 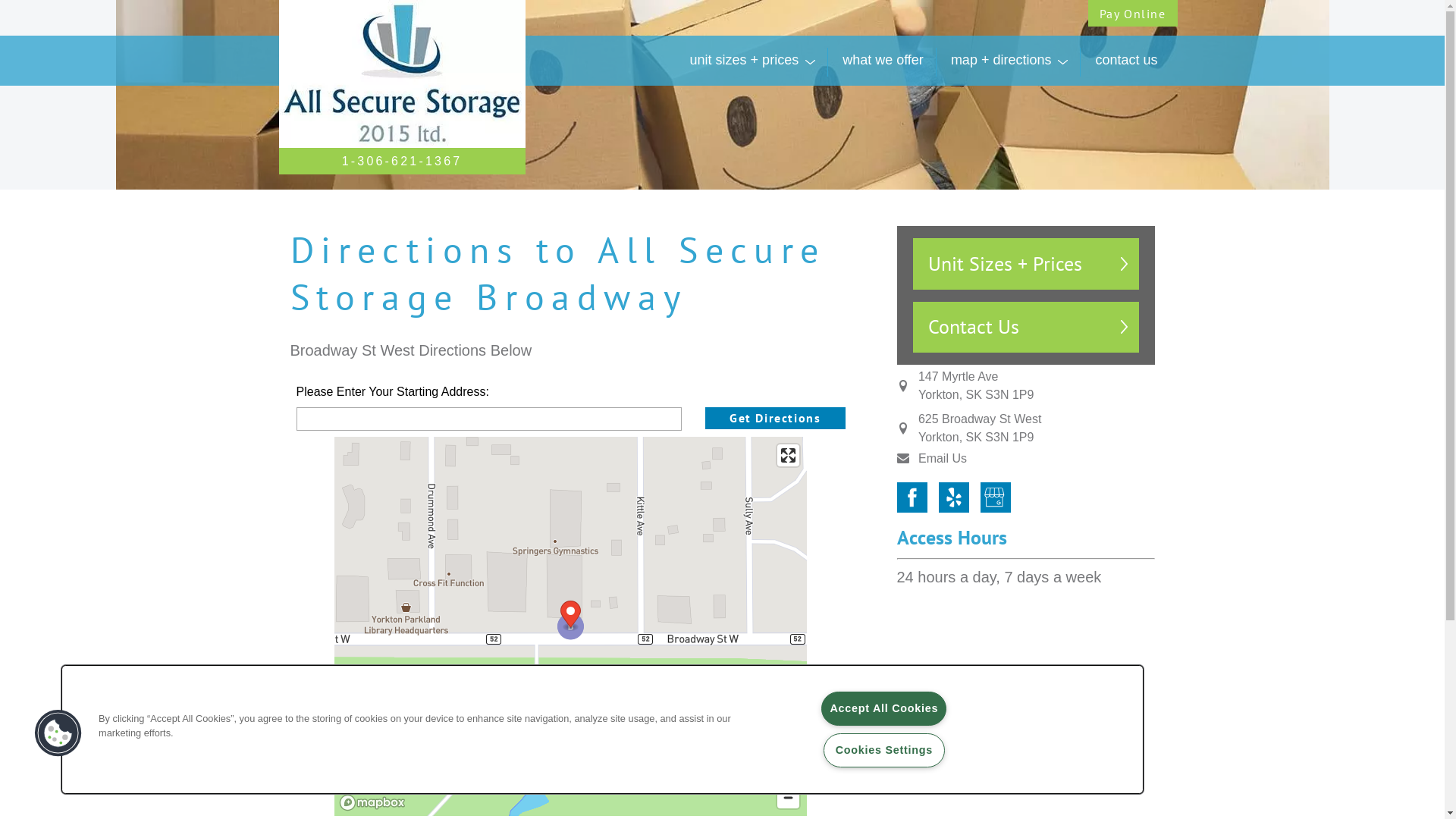 I want to click on 'map + directions', so click(x=1009, y=59).